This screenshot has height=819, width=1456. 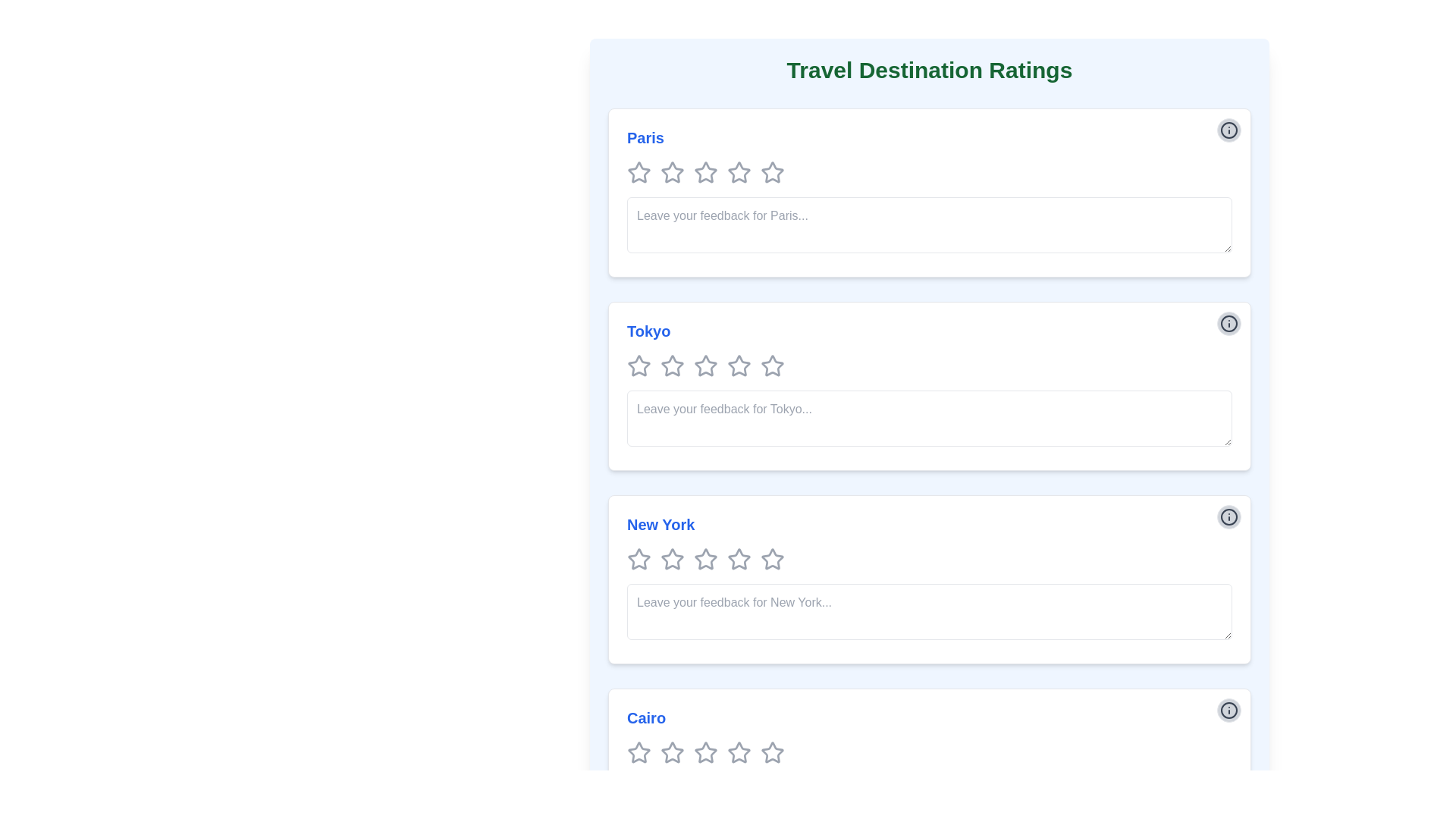 What do you see at coordinates (1229, 516) in the screenshot?
I see `the SVG circle element located at the center of a larger icon near the top-right corner of the 'New York' feedback card` at bounding box center [1229, 516].